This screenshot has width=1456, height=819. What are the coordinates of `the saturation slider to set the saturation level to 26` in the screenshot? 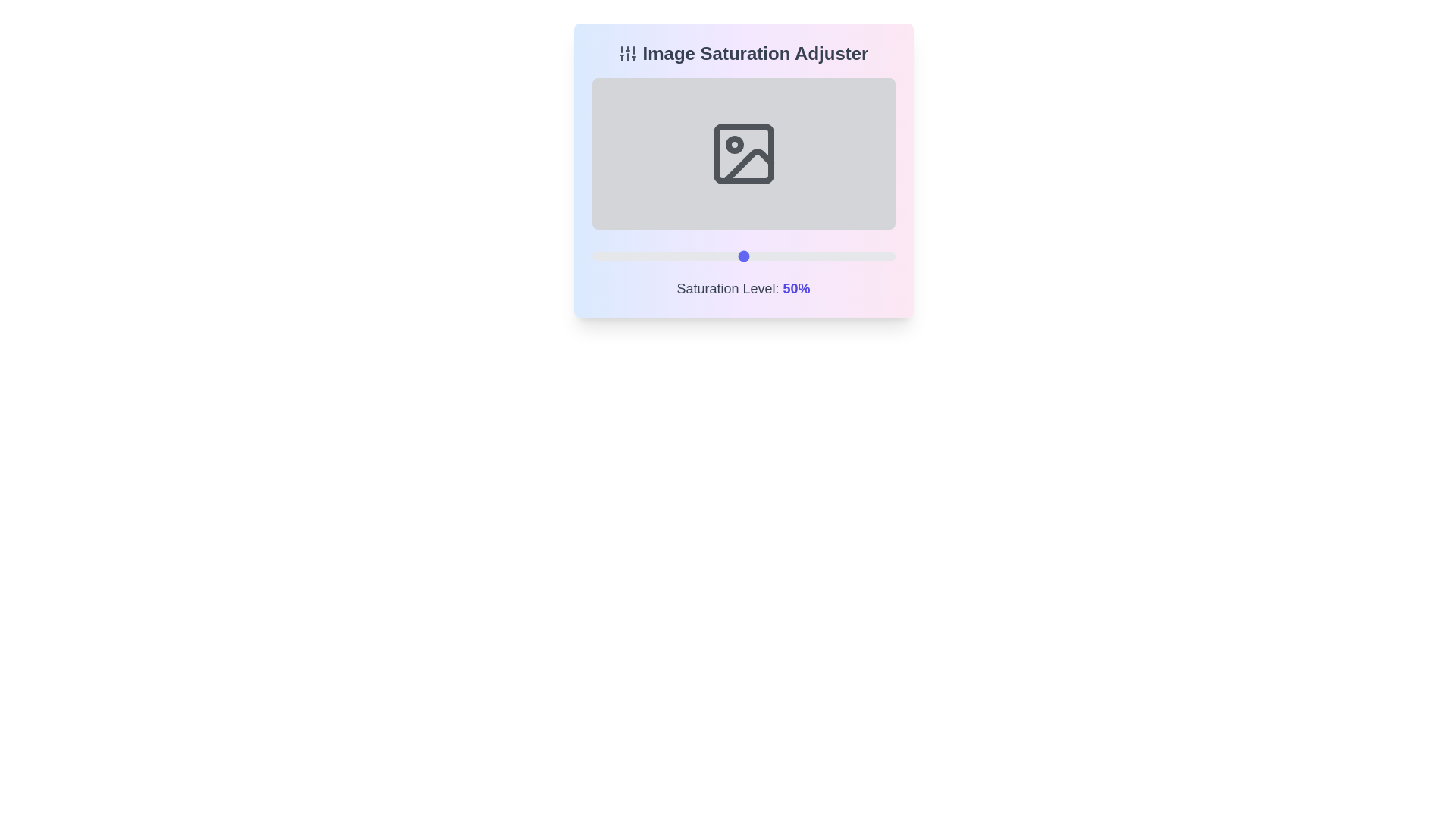 It's located at (670, 256).